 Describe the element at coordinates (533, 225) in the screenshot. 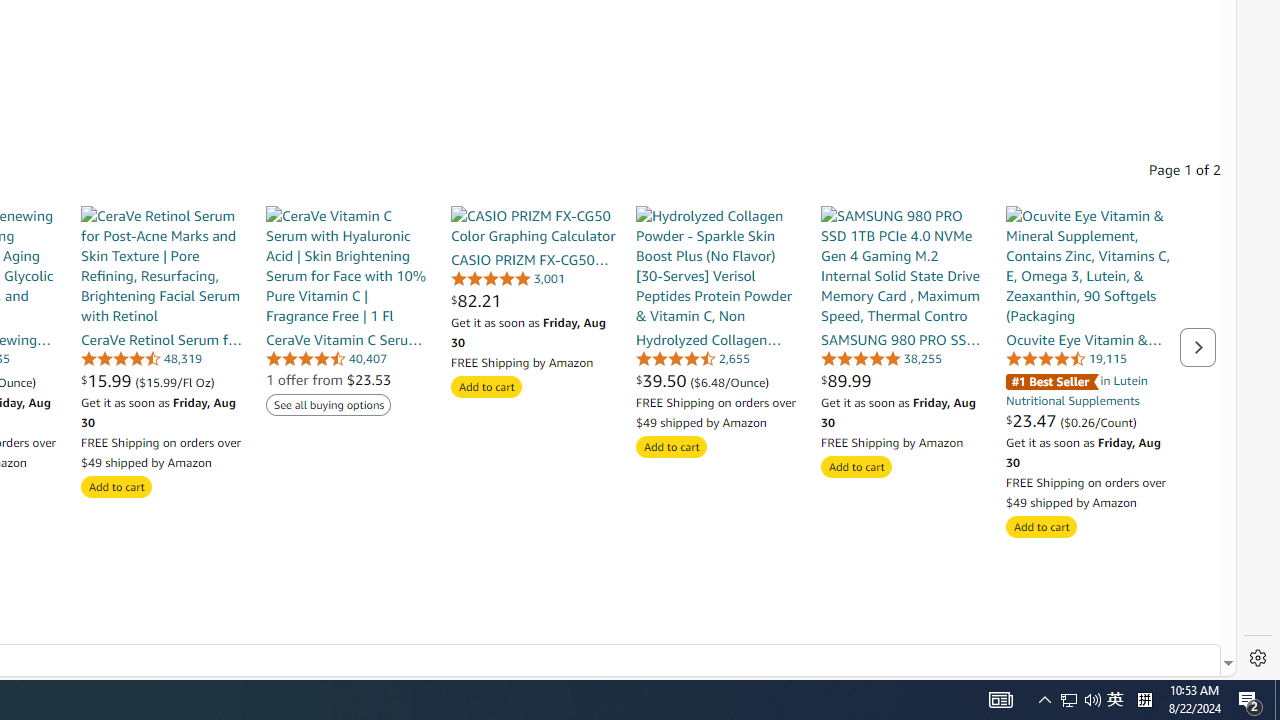

I see `'CASIO PRIZM FX-CG50 Color Graphing Calculator'` at that location.